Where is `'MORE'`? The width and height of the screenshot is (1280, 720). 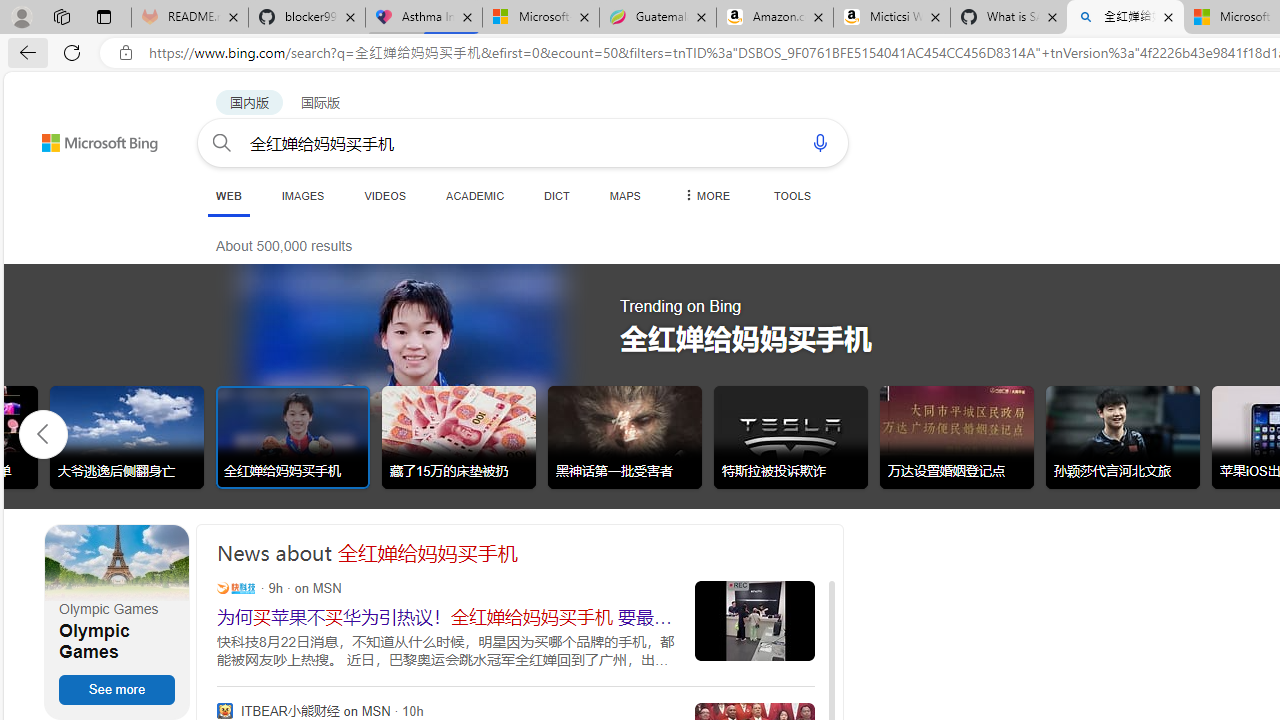 'MORE' is located at coordinates (705, 195).